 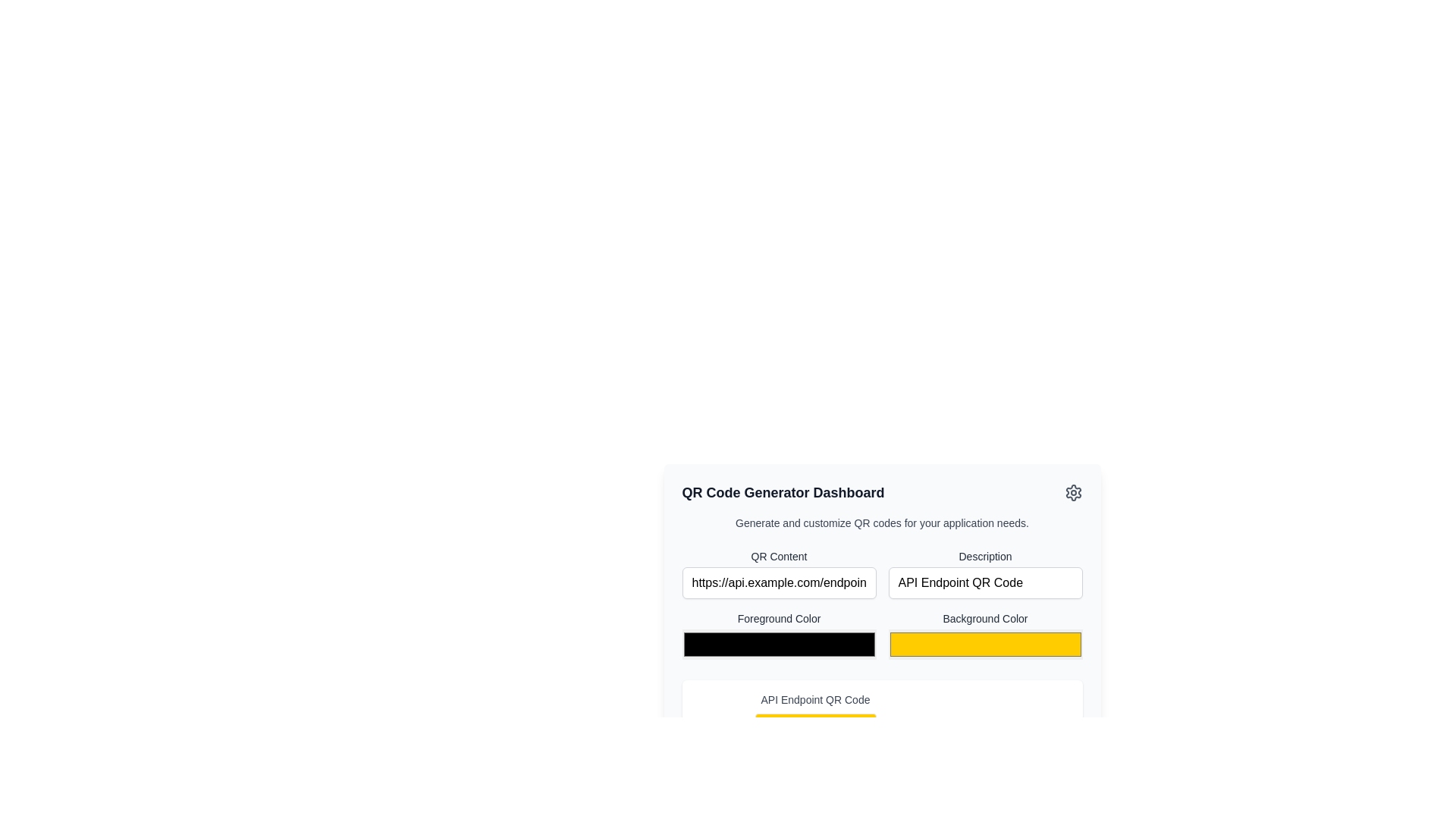 What do you see at coordinates (985, 582) in the screenshot?
I see `the text input field labeled 'API Endpoint QR Code' in the 'Description' section` at bounding box center [985, 582].